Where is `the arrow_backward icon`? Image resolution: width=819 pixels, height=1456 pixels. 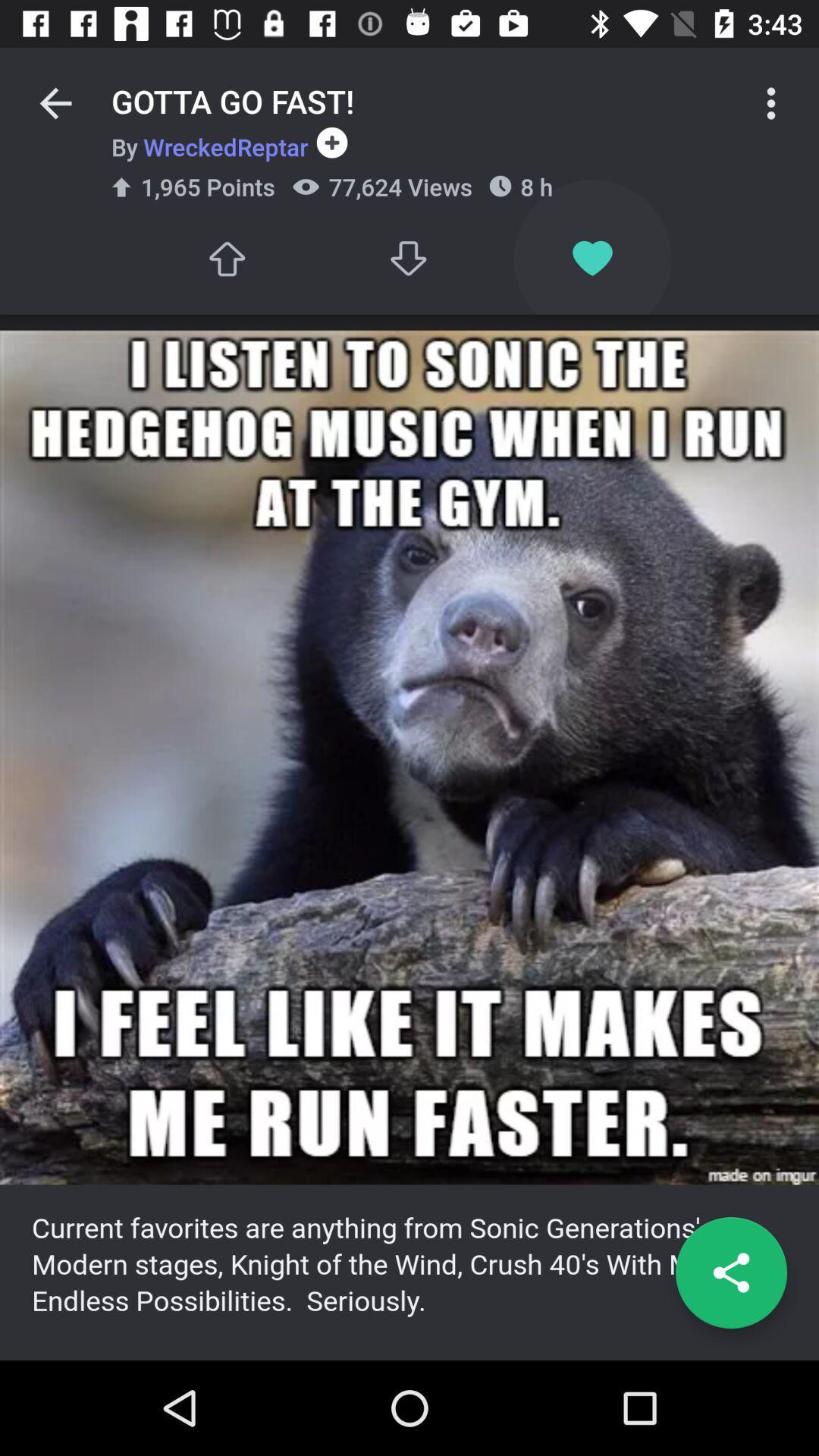
the arrow_backward icon is located at coordinates (55, 102).